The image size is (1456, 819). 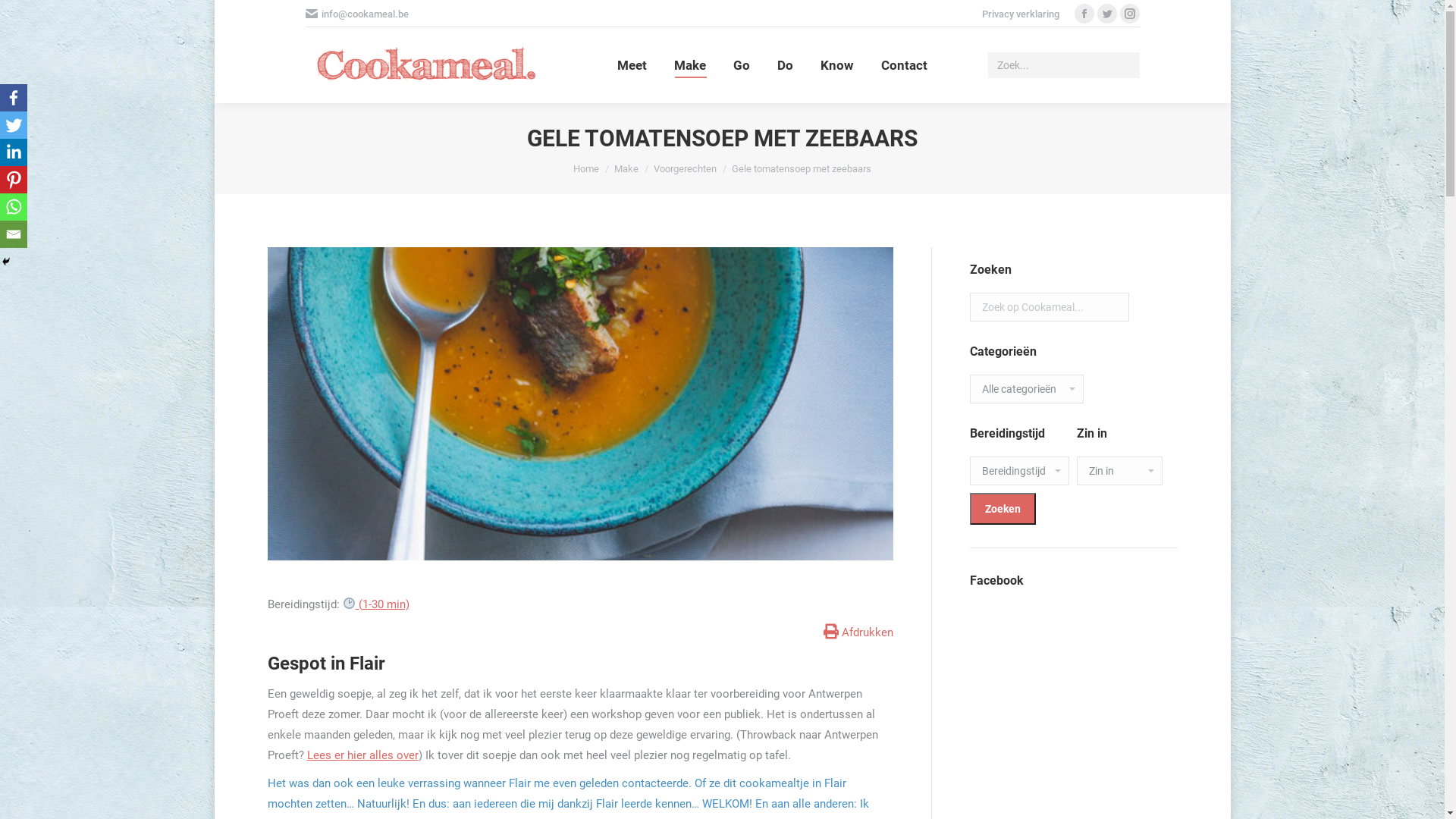 What do you see at coordinates (785, 64) in the screenshot?
I see `'Do'` at bounding box center [785, 64].